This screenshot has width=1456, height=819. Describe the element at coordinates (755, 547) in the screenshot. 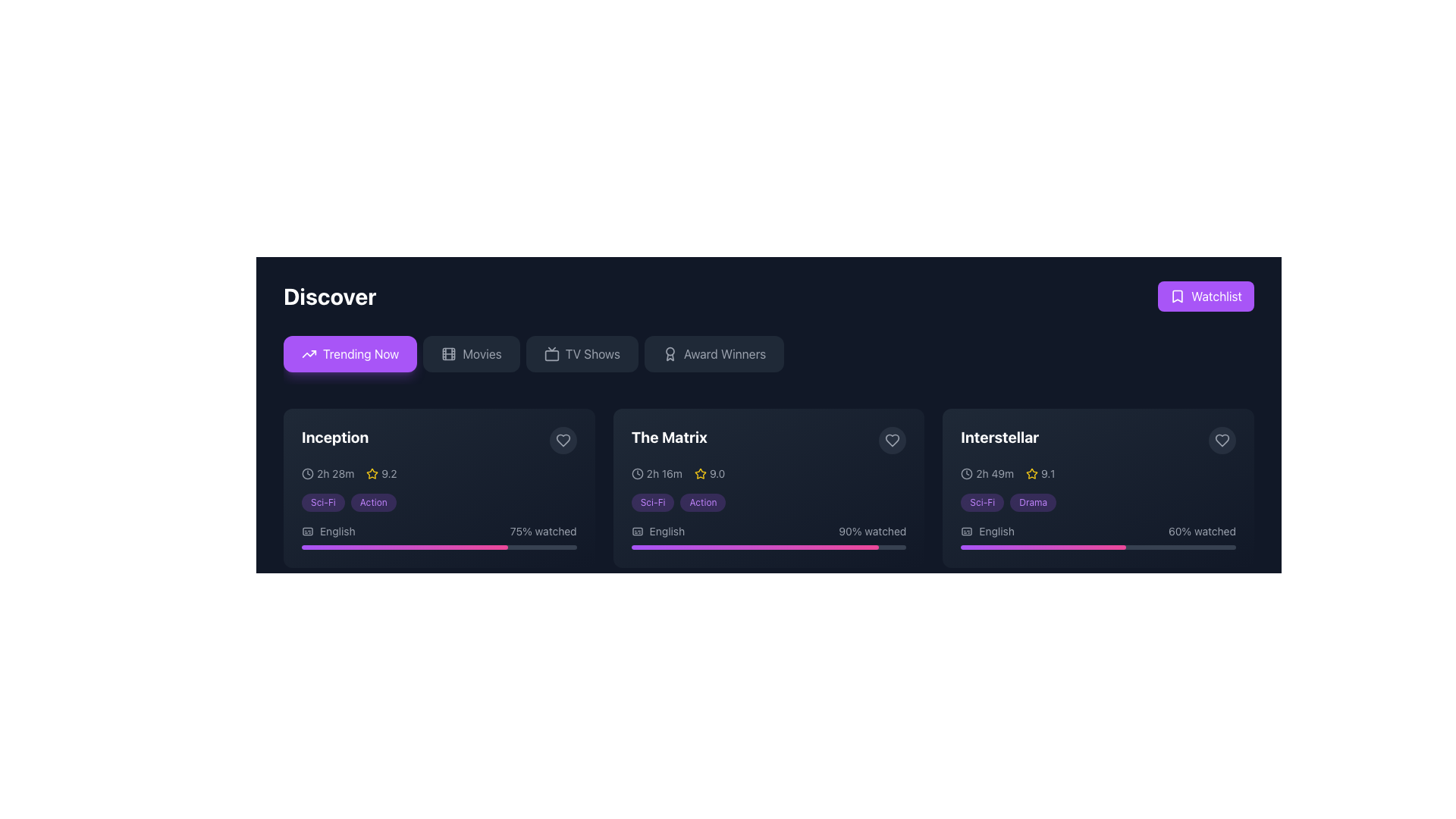

I see `the horizontal gradient progress indicator for the movie 'The Matrix', which transitions from purple to pink, indicating completion percentage` at that location.